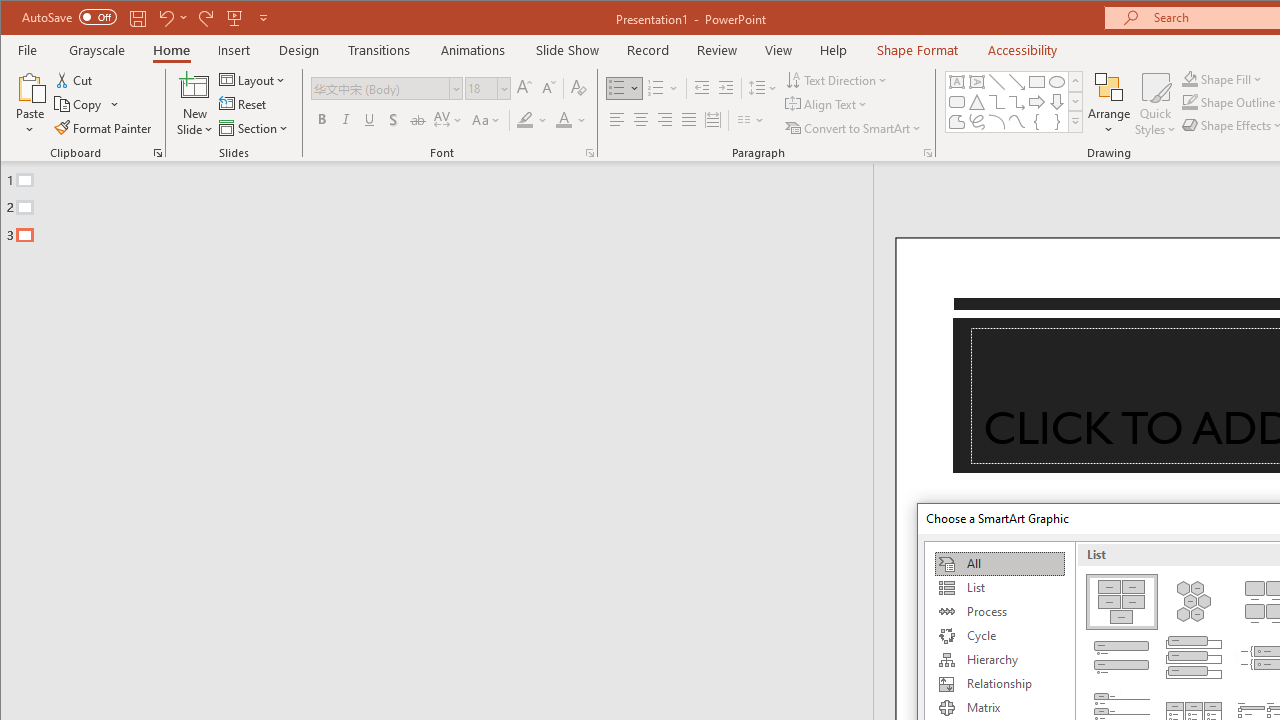 The height and width of the screenshot is (720, 1280). What do you see at coordinates (1056, 81) in the screenshot?
I see `'Oval'` at bounding box center [1056, 81].